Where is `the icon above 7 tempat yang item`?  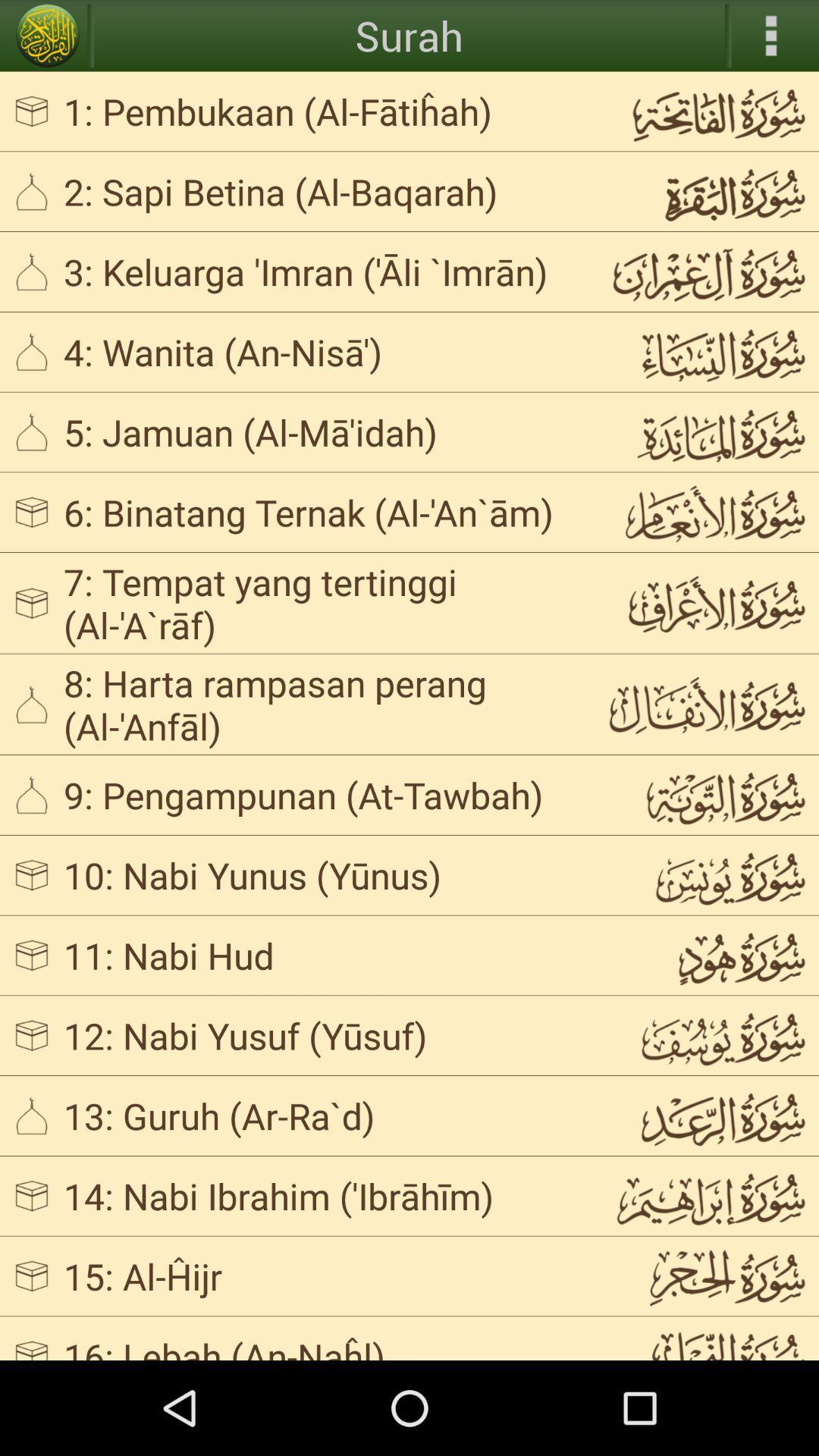 the icon above 7 tempat yang item is located at coordinates (322, 512).